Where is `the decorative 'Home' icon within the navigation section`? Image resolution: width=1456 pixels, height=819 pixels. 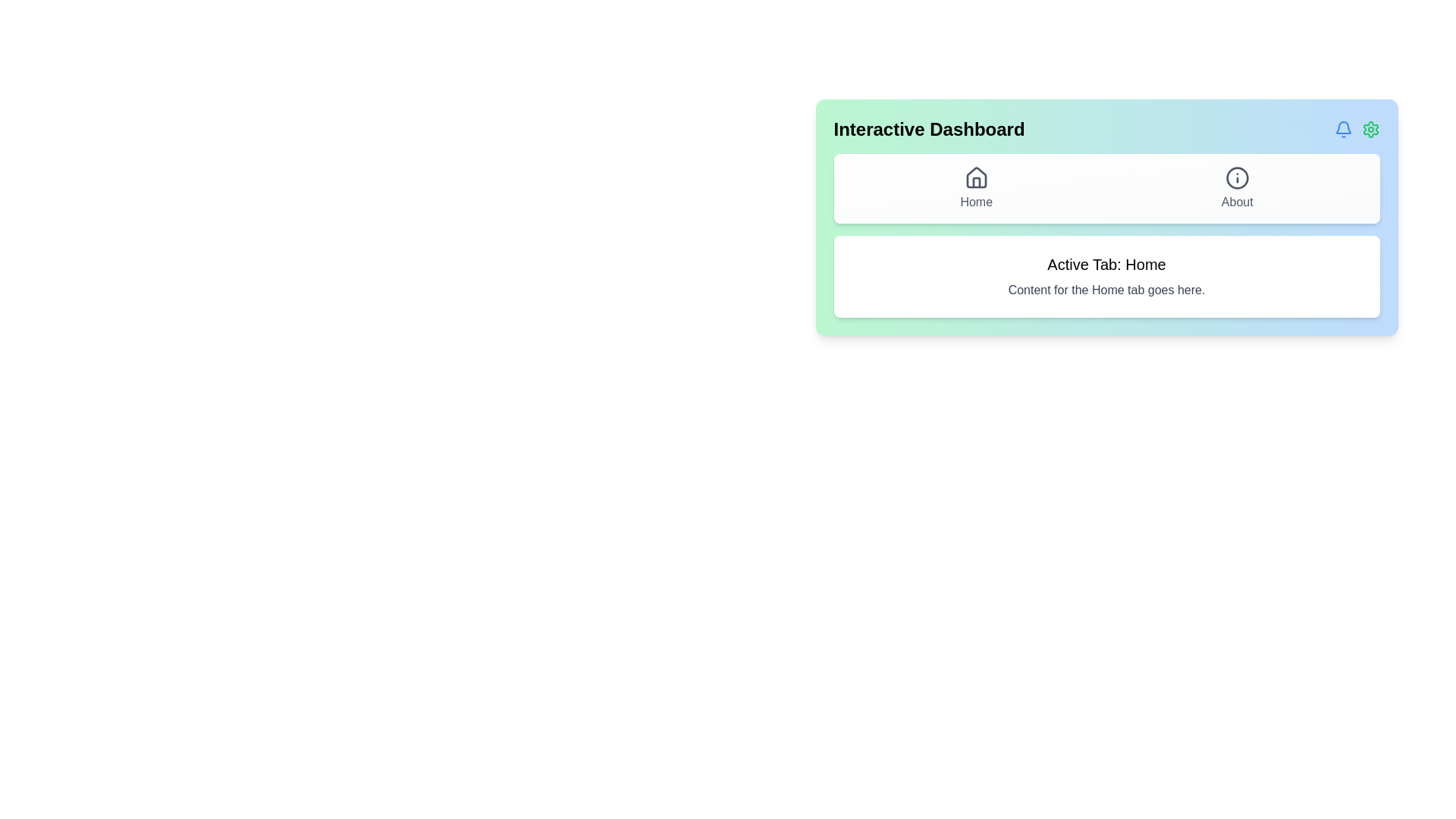
the decorative 'Home' icon within the navigation section is located at coordinates (976, 177).